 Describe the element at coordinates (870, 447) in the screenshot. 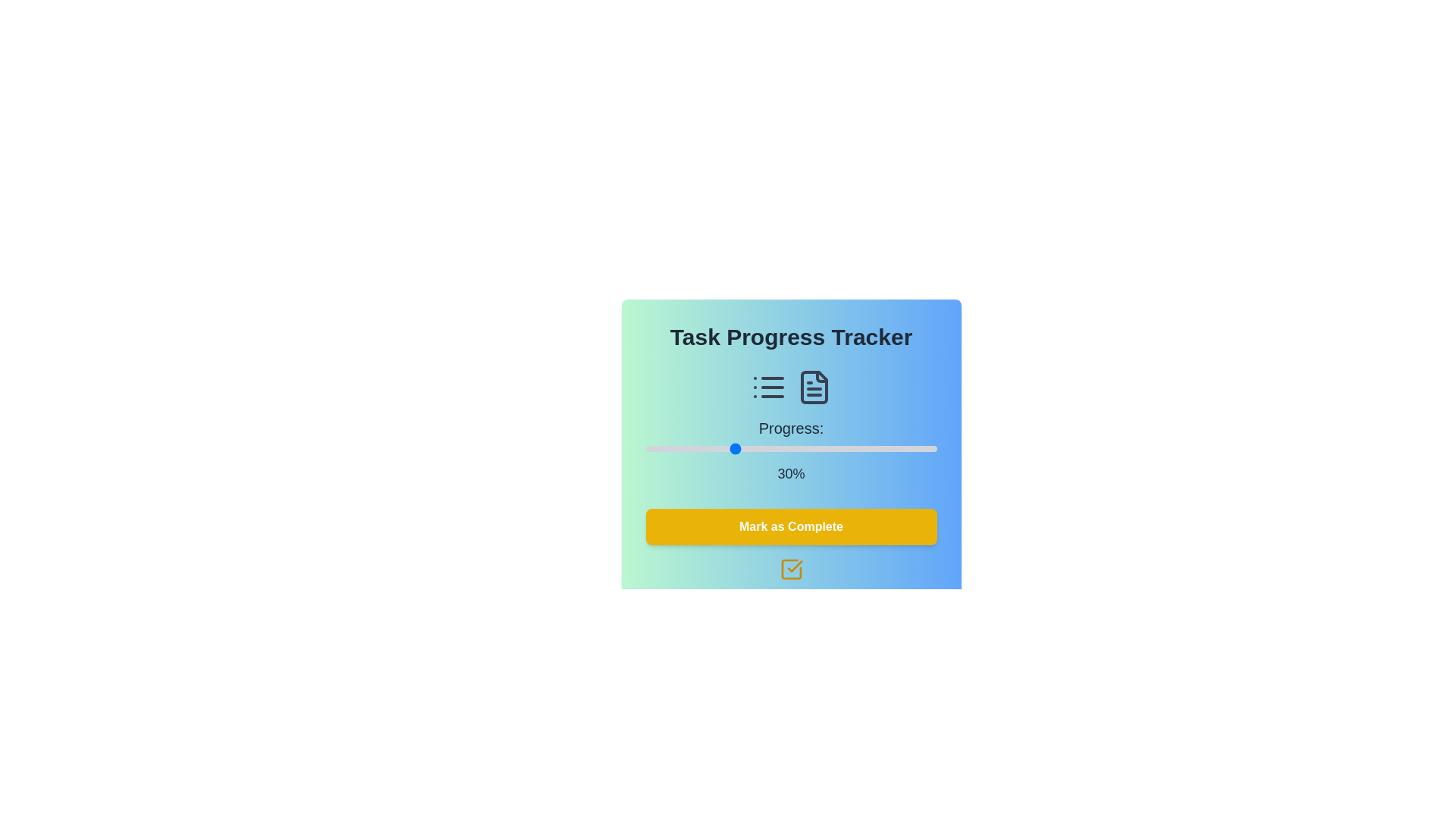

I see `the slider to set the progress to 77%` at that location.